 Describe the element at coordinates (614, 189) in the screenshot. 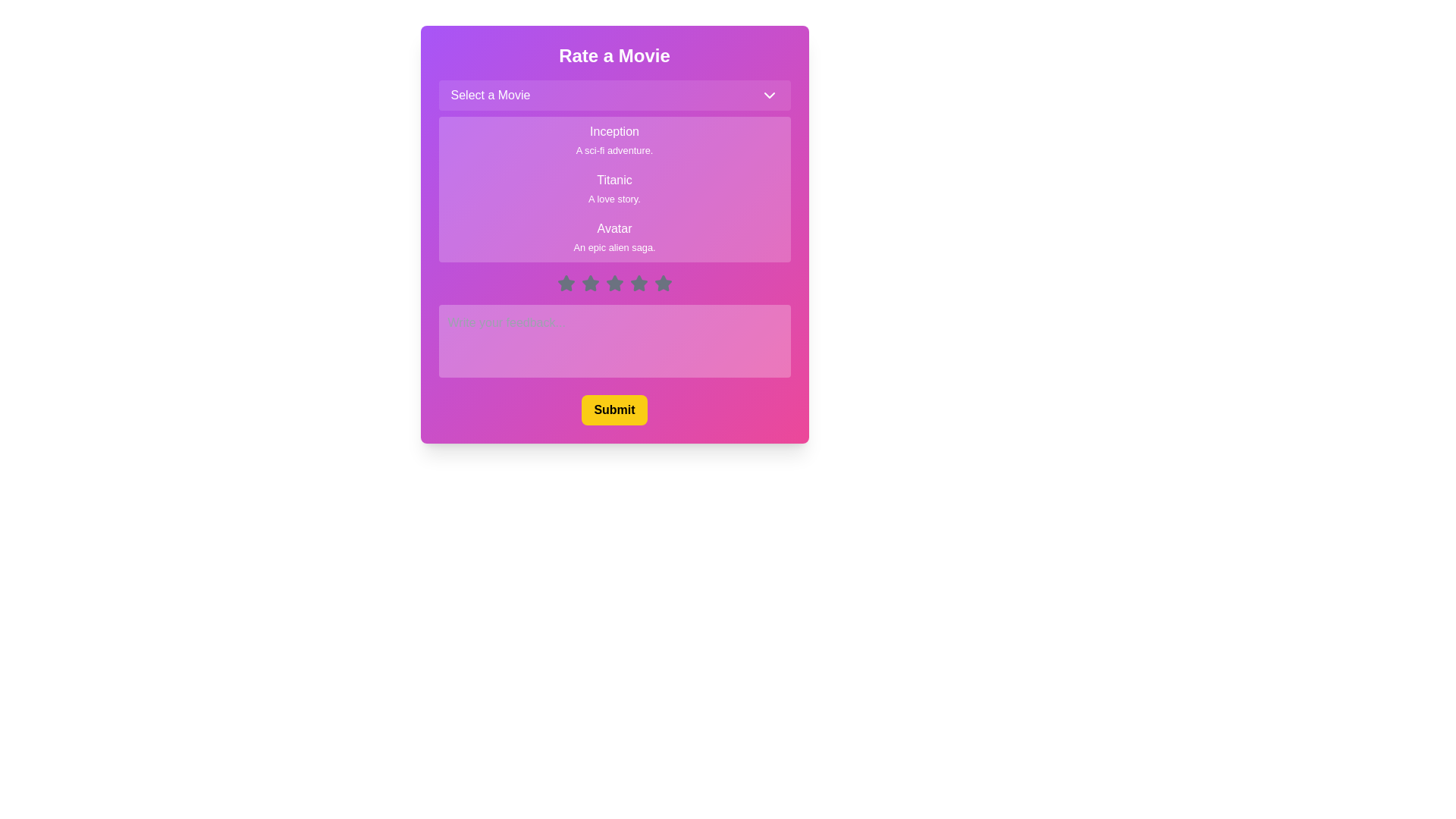

I see `the movie label in the vertically arranged list of movie names and descriptions` at that location.